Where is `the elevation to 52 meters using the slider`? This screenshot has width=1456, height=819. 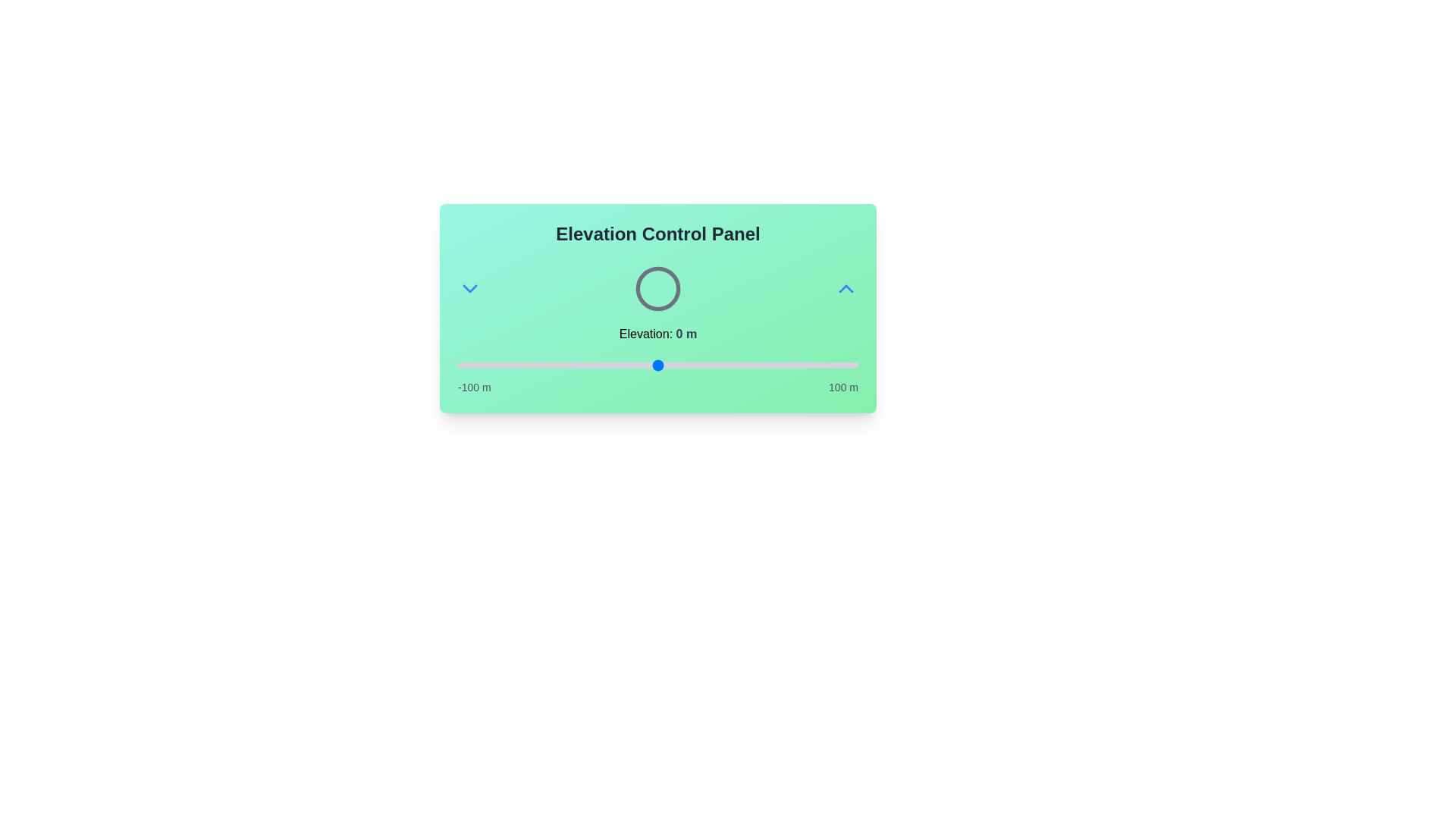
the elevation to 52 meters using the slider is located at coordinates (762, 366).